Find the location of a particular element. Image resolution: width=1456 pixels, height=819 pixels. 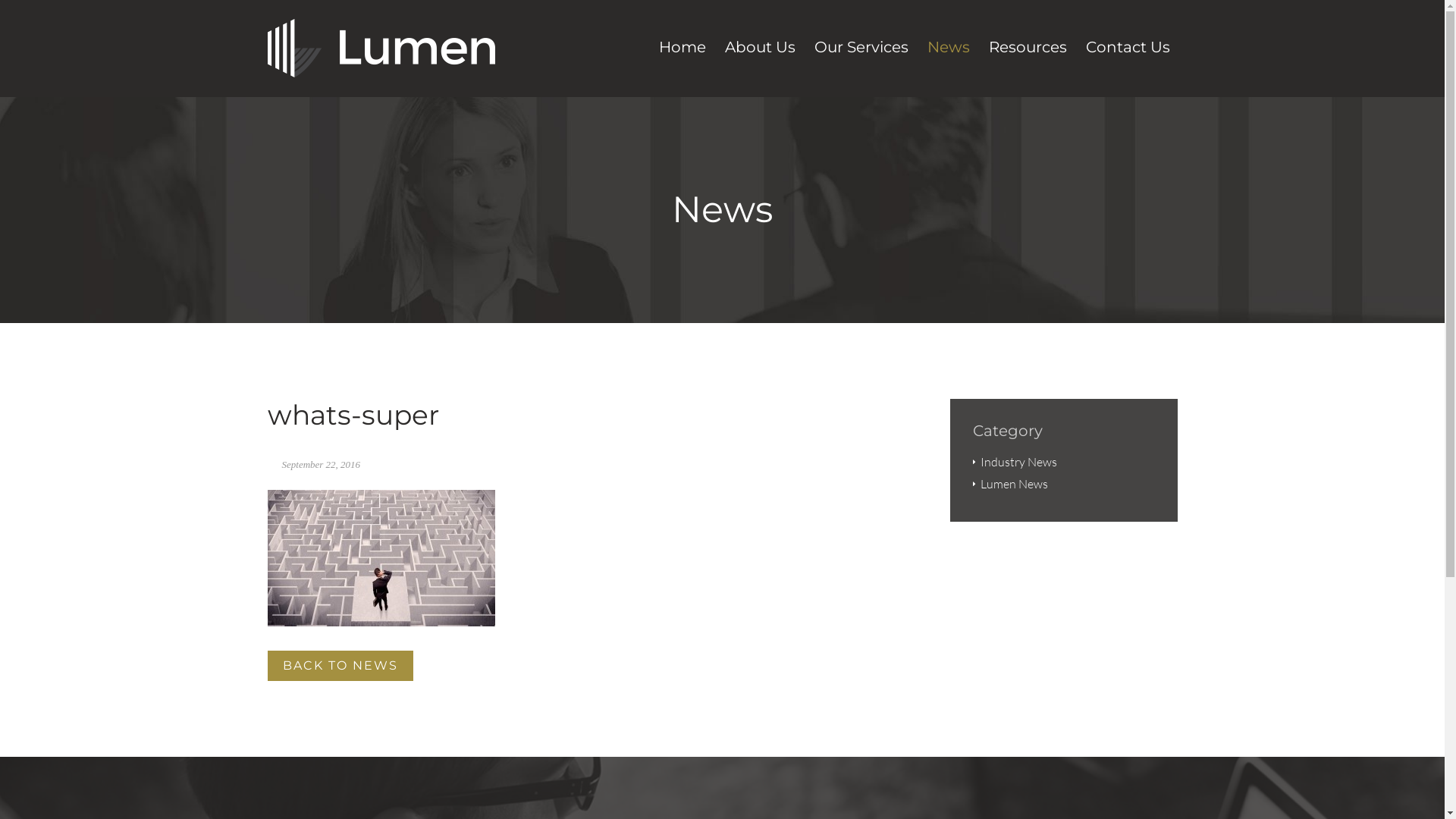

'Resources' is located at coordinates (1028, 49).